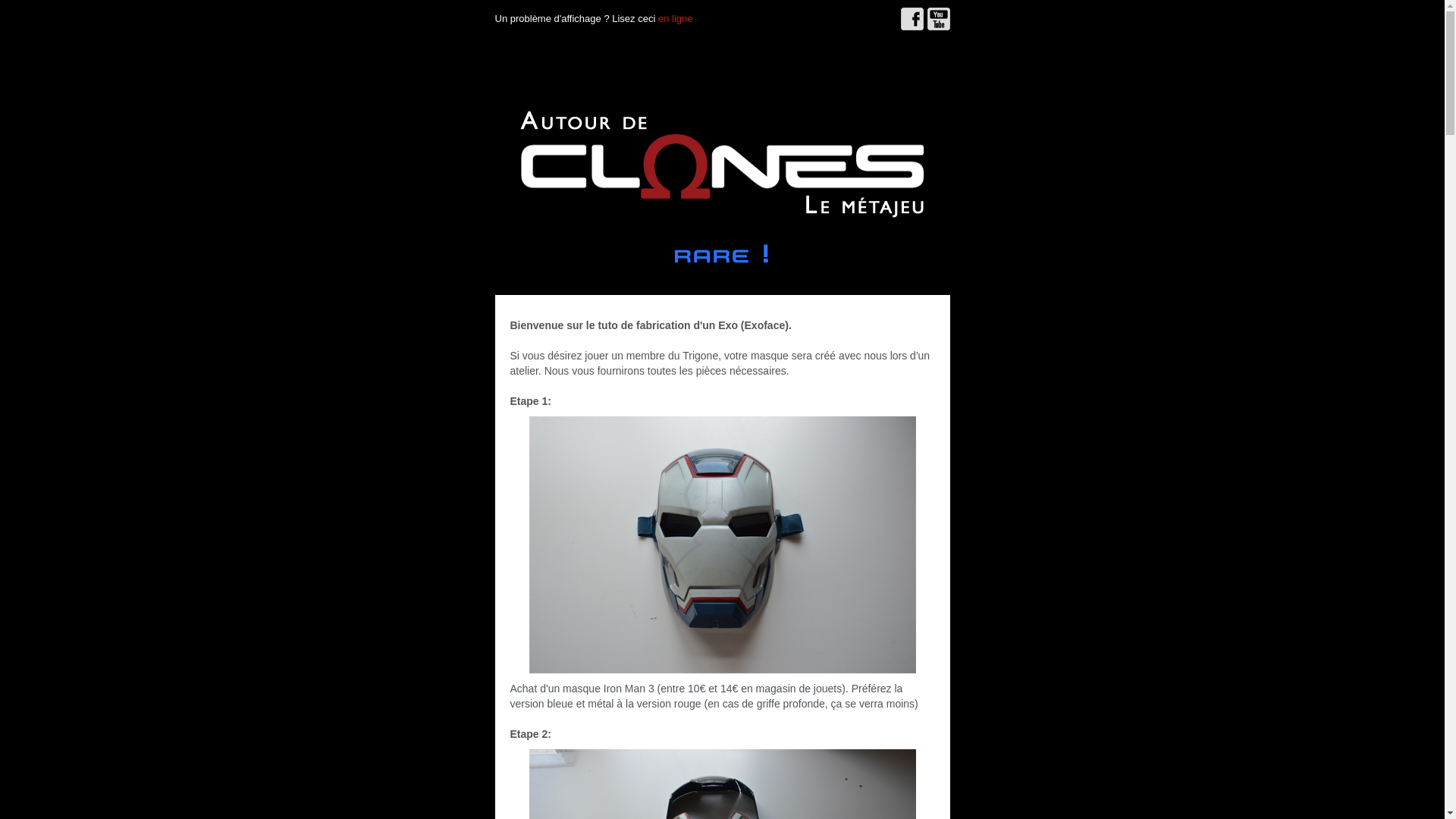 This screenshot has width=1456, height=819. Describe the element at coordinates (658, 18) in the screenshot. I see `'en ligne'` at that location.